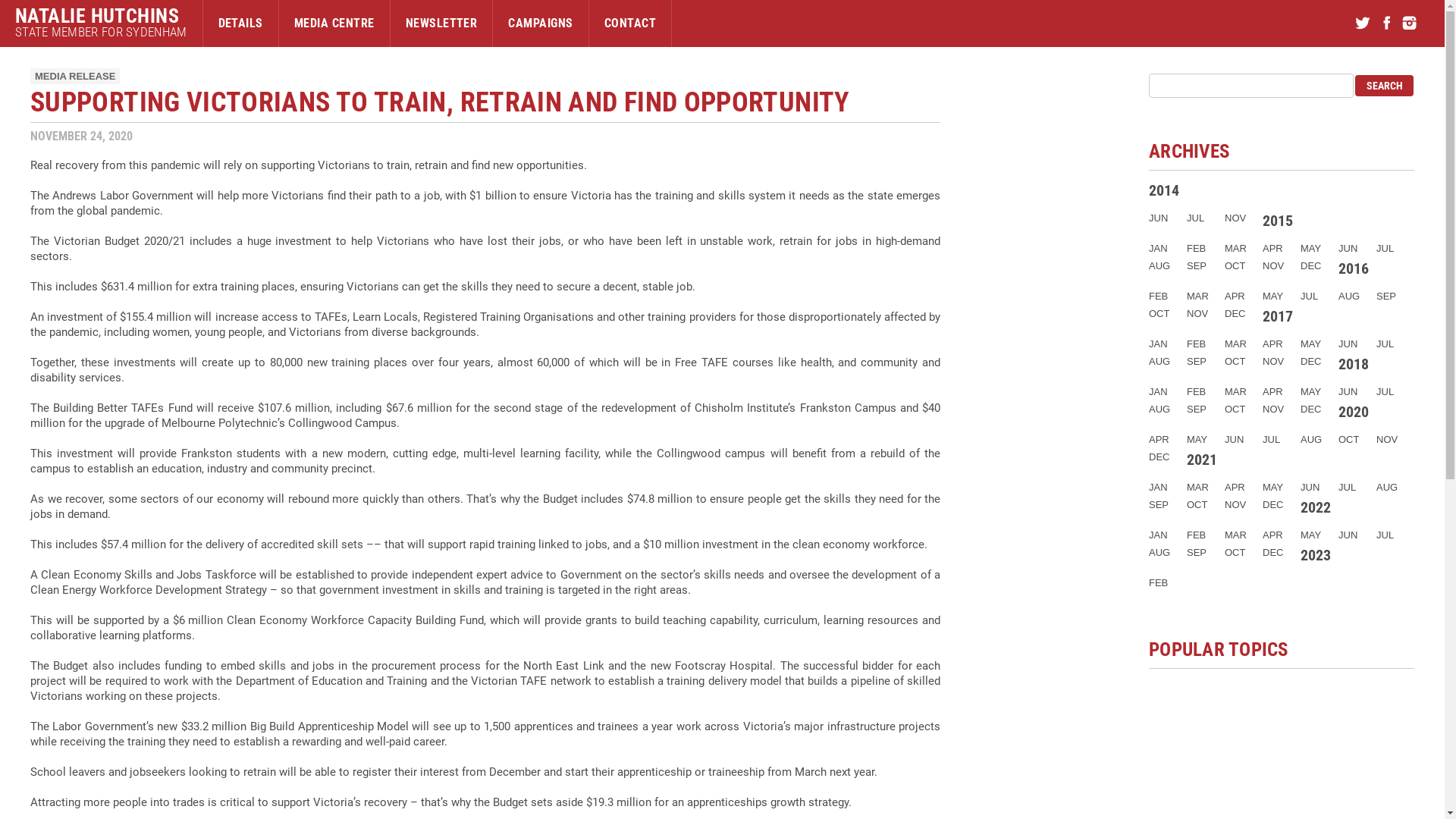 The image size is (1456, 819). I want to click on 'search', so click(1384, 85).